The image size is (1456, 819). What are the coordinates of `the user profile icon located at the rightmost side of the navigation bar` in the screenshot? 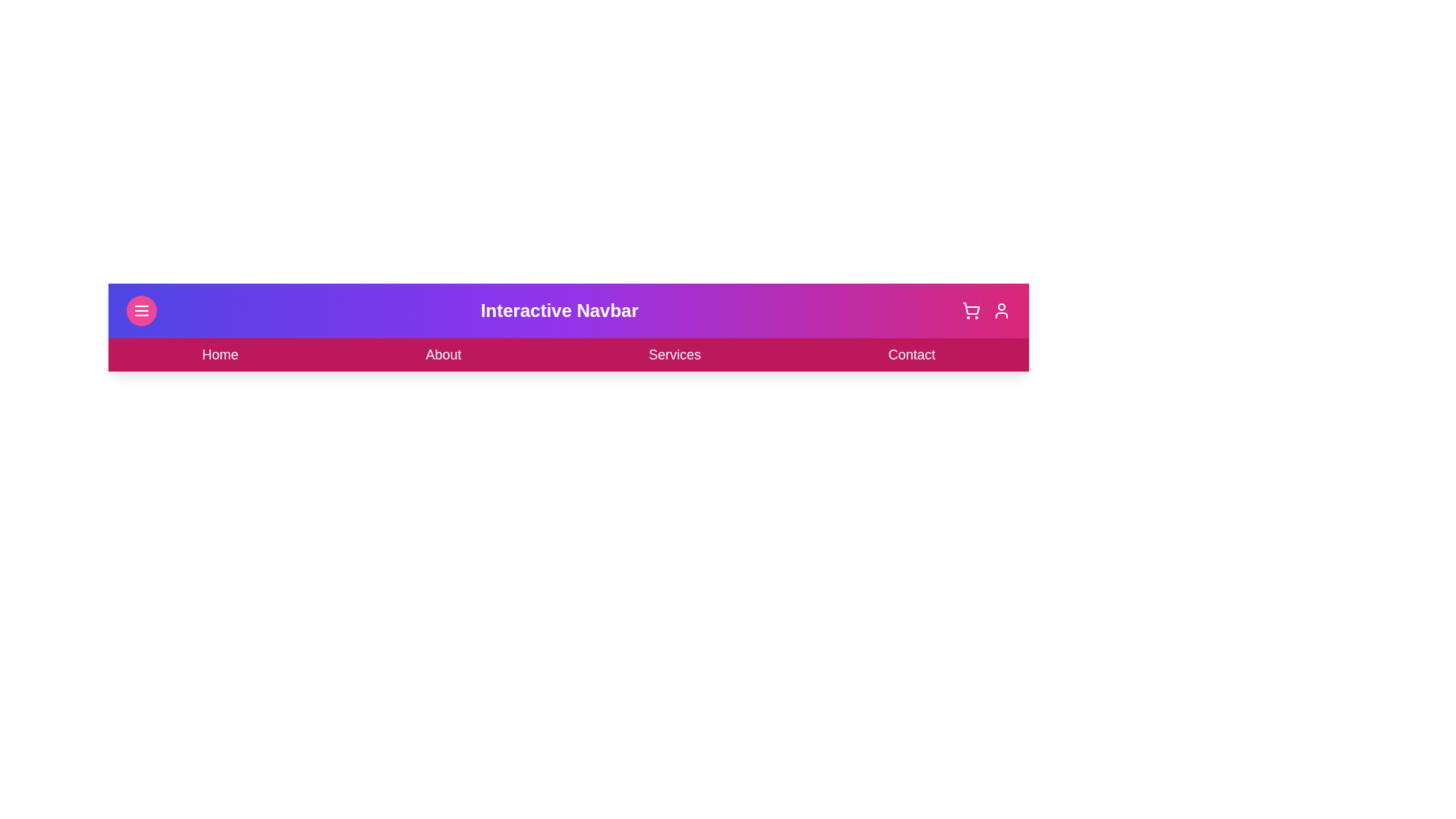 It's located at (1001, 309).